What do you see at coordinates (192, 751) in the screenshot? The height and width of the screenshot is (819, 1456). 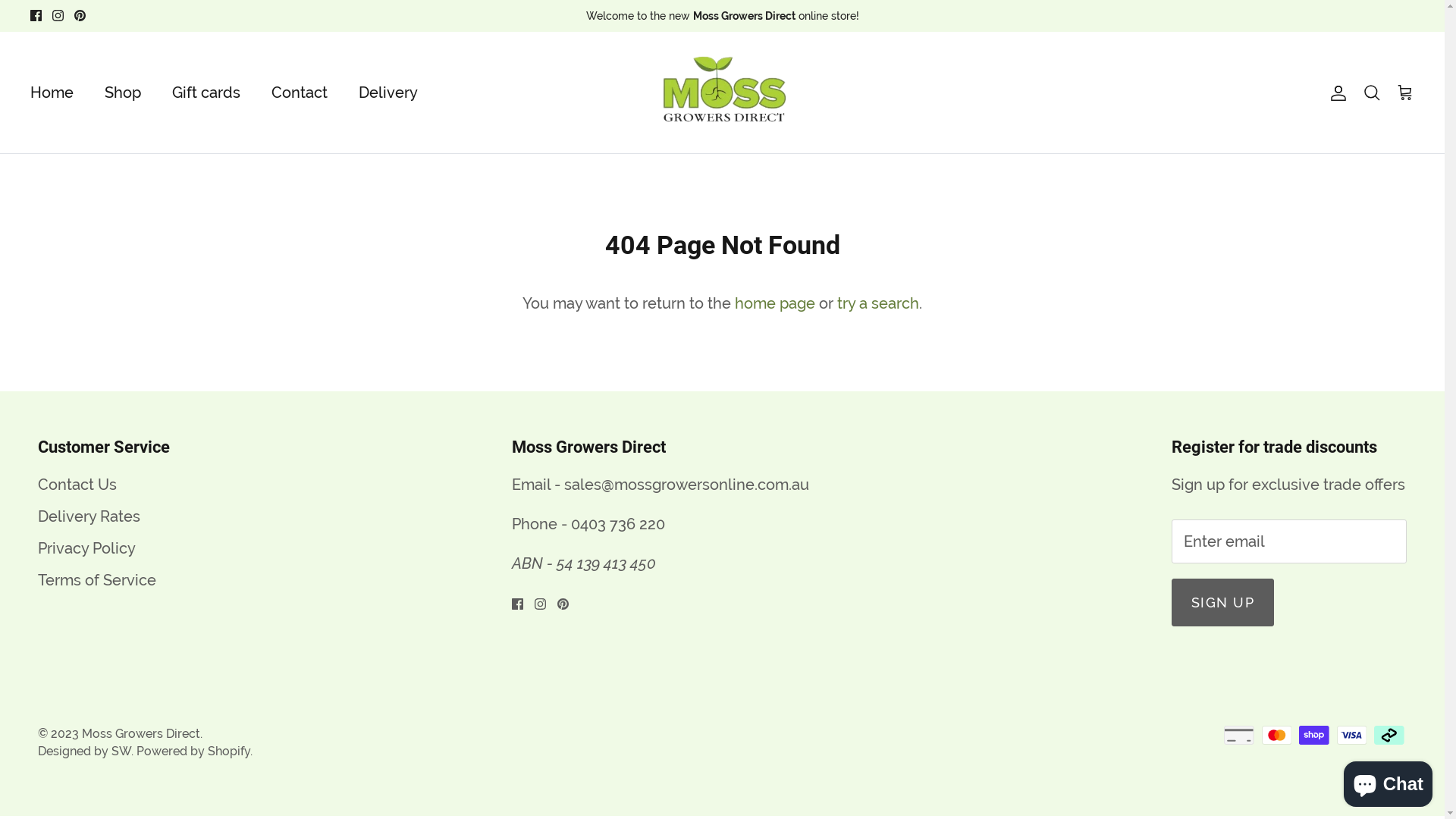 I see `'Powered by Shopify'` at bounding box center [192, 751].